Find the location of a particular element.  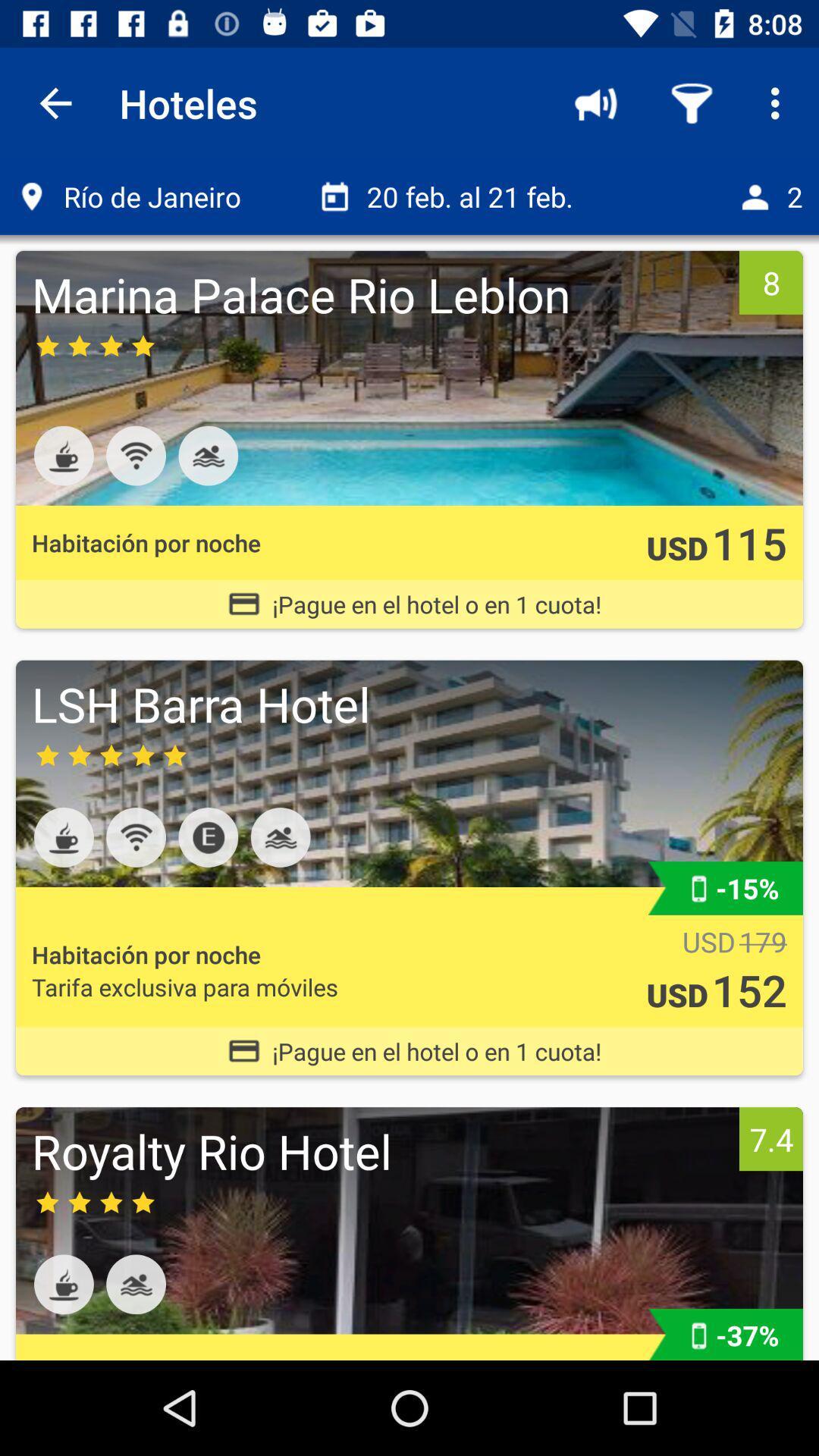

item next to hoteles app is located at coordinates (595, 102).